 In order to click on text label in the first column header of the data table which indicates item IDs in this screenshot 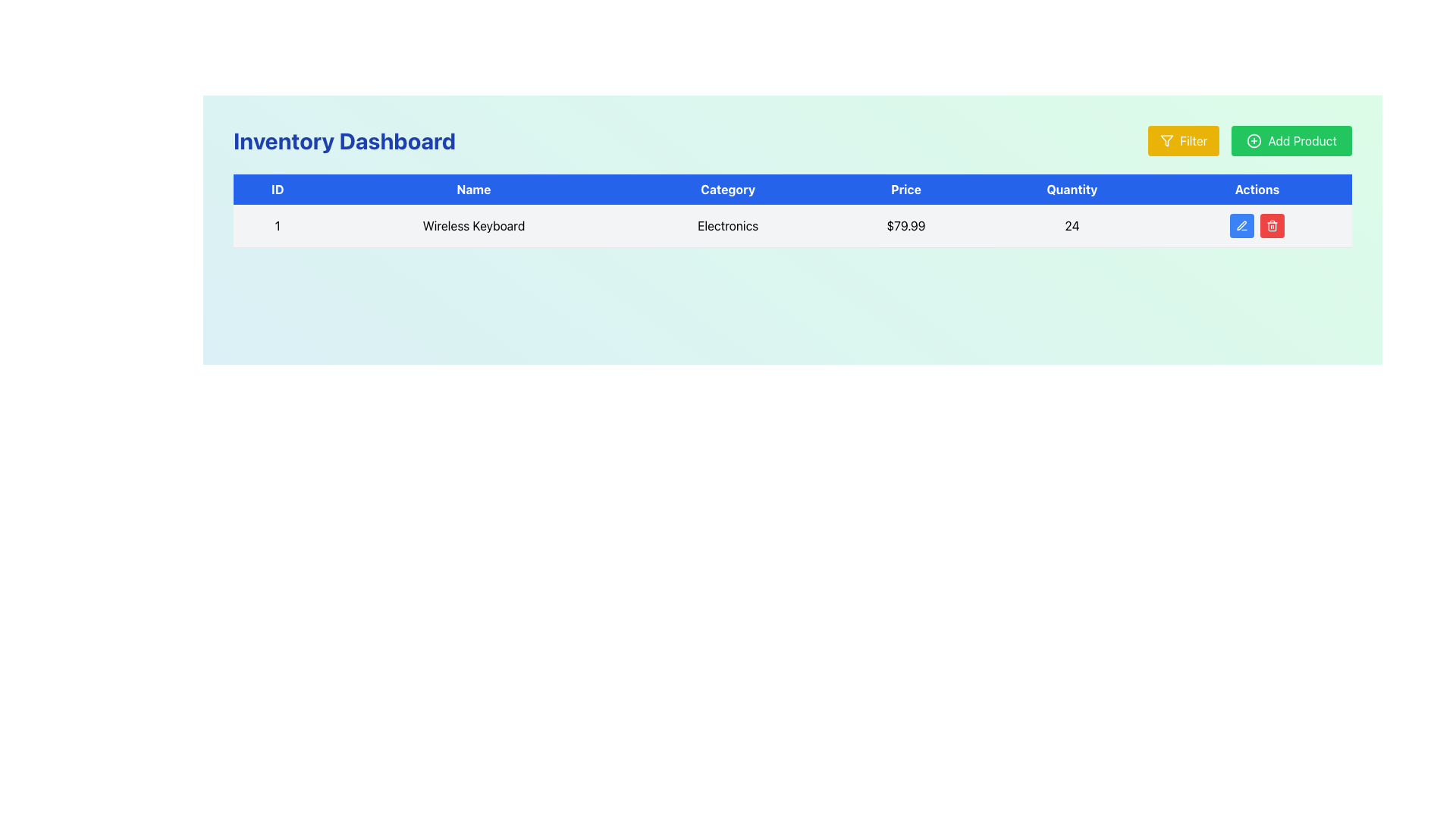, I will do `click(278, 189)`.